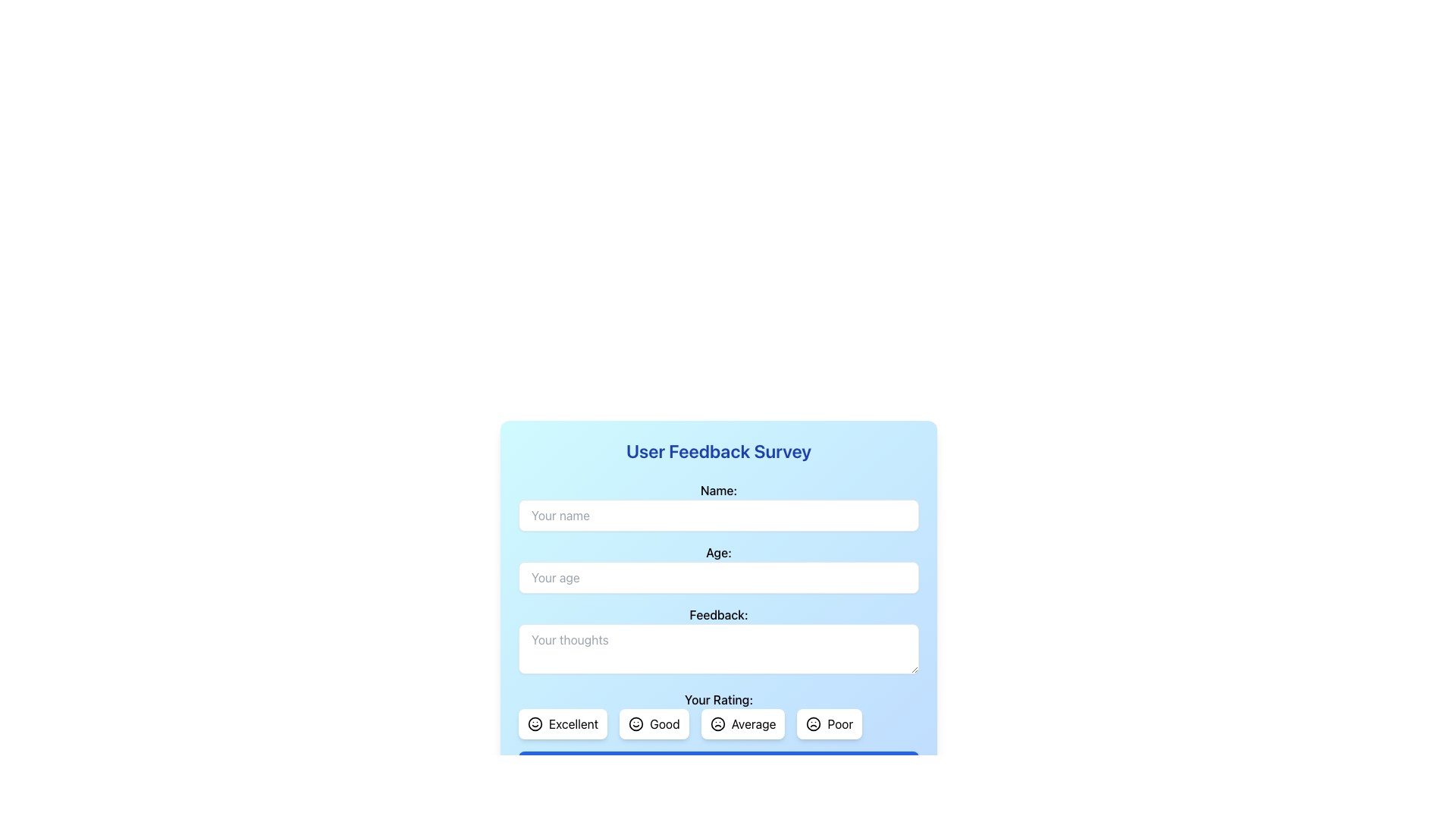 Image resolution: width=1456 pixels, height=819 pixels. I want to click on the outlined circular graphical icon representing a smiley face, located to the left of the 'Excellent' text in the 'Your Rating' section, so click(535, 723).